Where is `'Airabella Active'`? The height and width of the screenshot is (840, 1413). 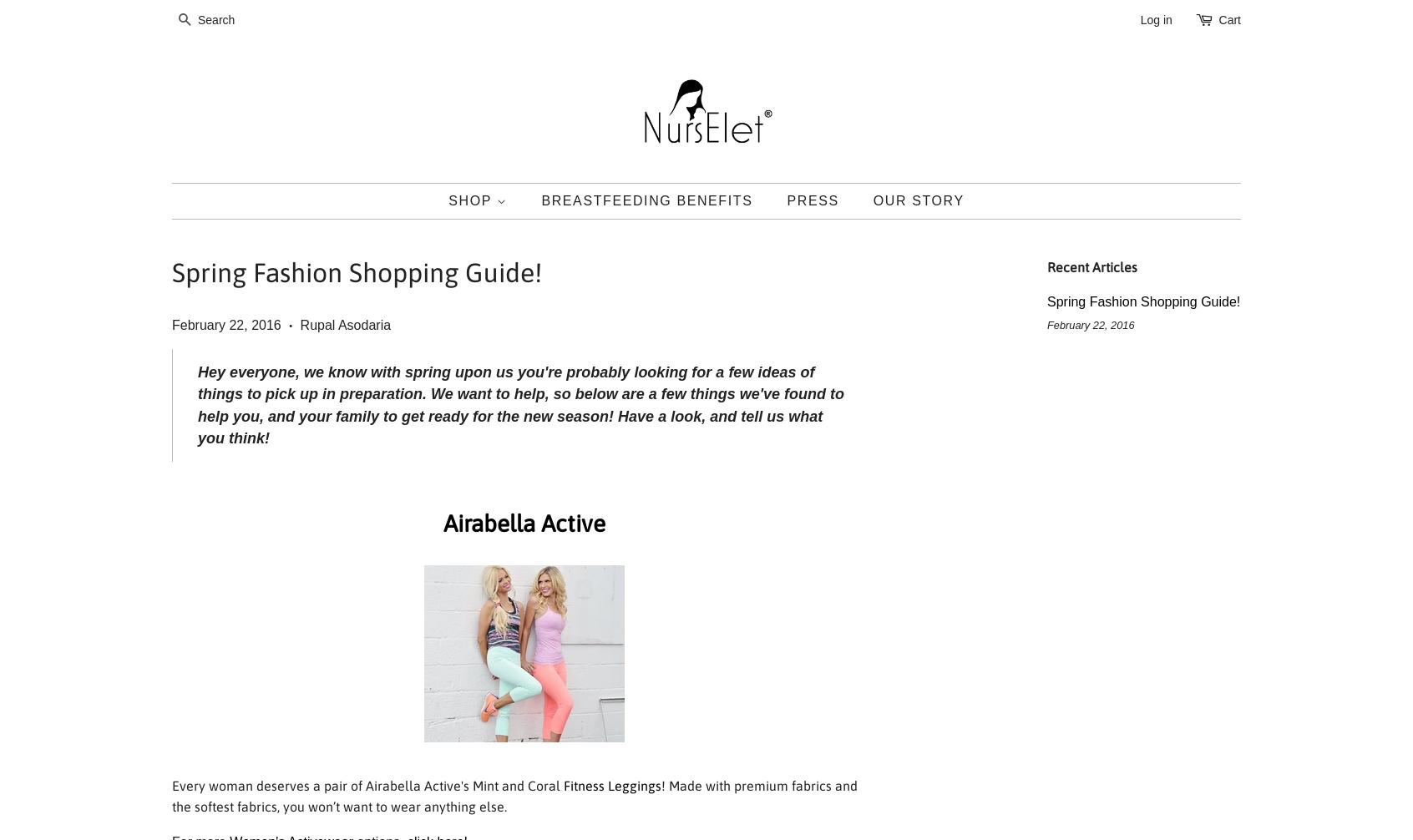
'Airabella Active' is located at coordinates (523, 523).